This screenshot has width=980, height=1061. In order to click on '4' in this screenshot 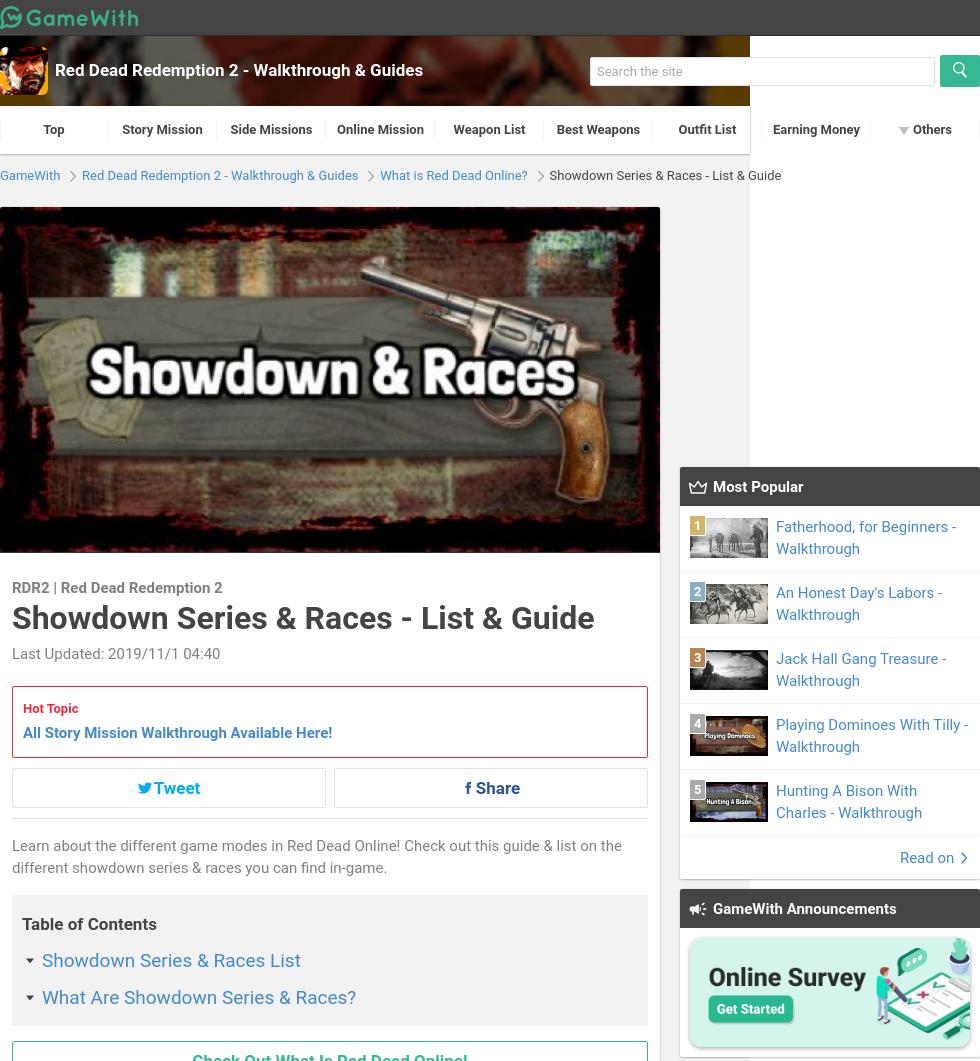, I will do `click(697, 722)`.